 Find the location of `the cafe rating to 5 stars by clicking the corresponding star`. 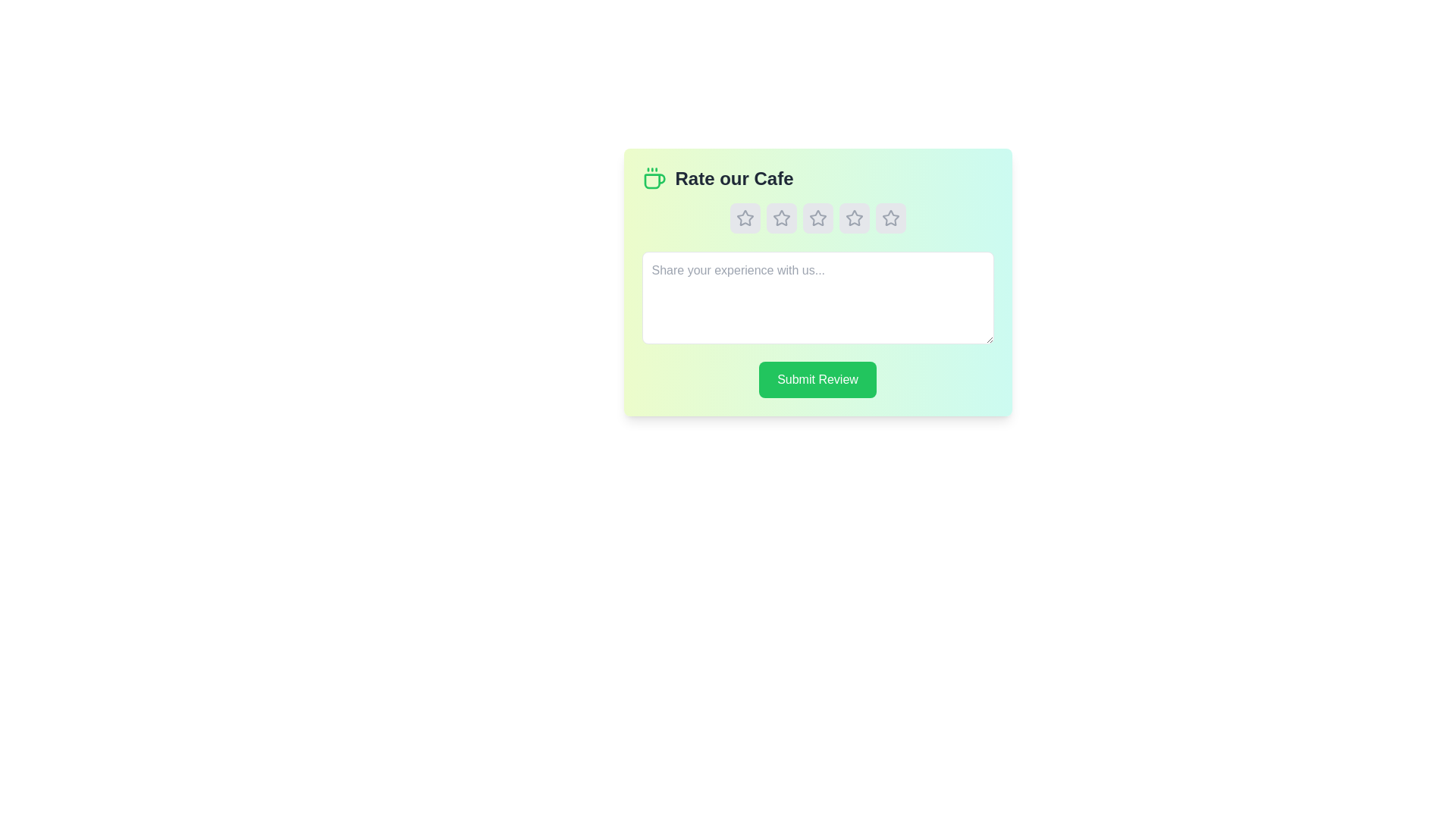

the cafe rating to 5 stars by clicking the corresponding star is located at coordinates (890, 218).